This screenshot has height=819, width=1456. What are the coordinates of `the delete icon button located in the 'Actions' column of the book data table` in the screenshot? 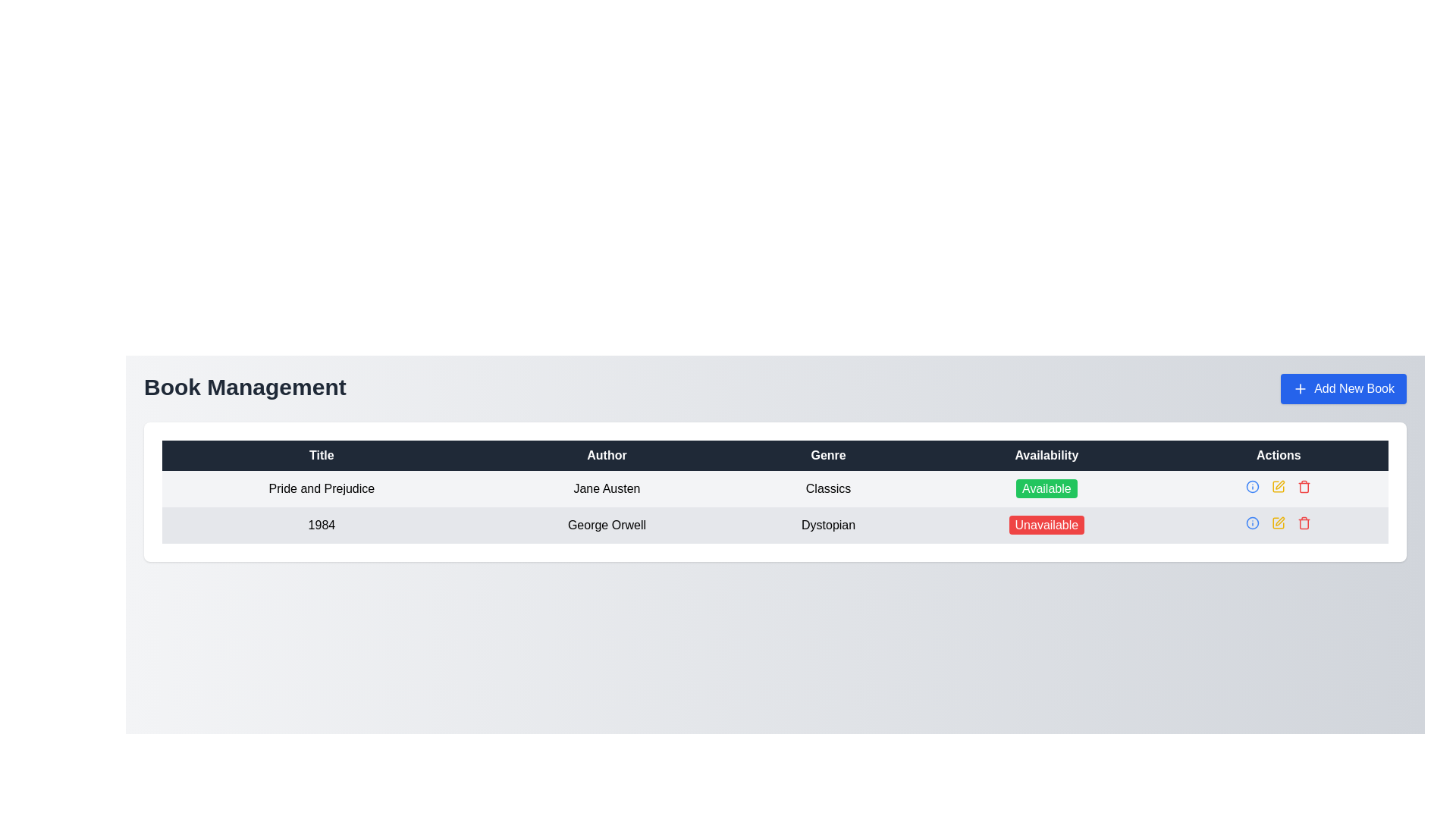 It's located at (1304, 488).